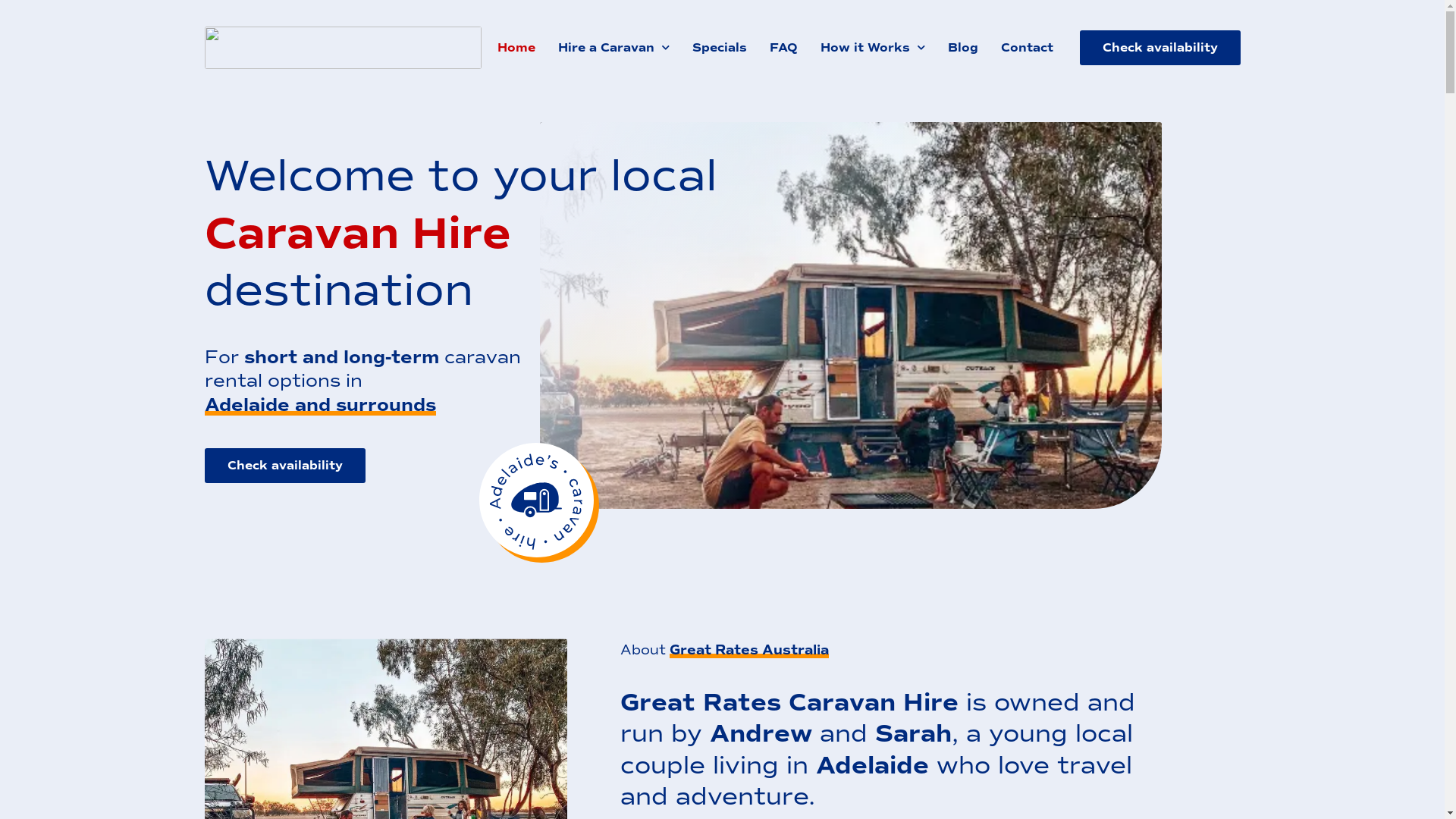 Image resolution: width=1456 pixels, height=819 pixels. Describe the element at coordinates (613, 46) in the screenshot. I see `'Hire a Caravan'` at that location.